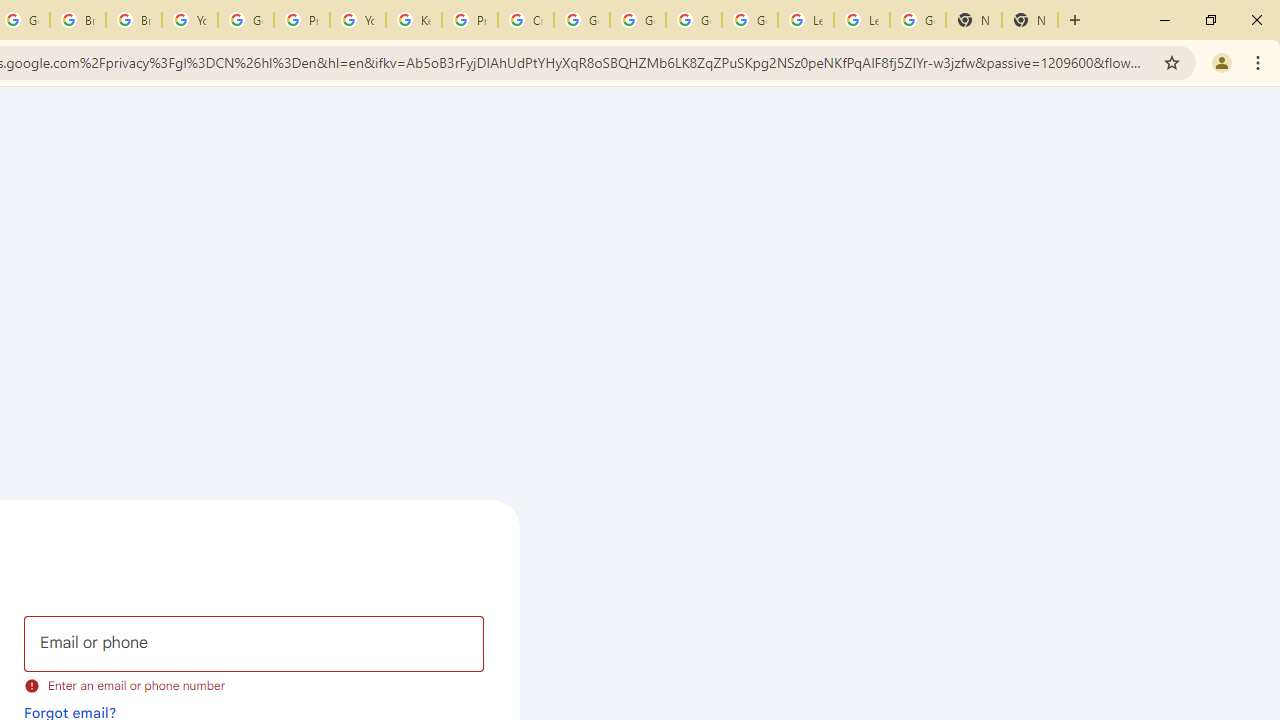 This screenshot has width=1280, height=720. I want to click on 'New Tab', so click(974, 20).